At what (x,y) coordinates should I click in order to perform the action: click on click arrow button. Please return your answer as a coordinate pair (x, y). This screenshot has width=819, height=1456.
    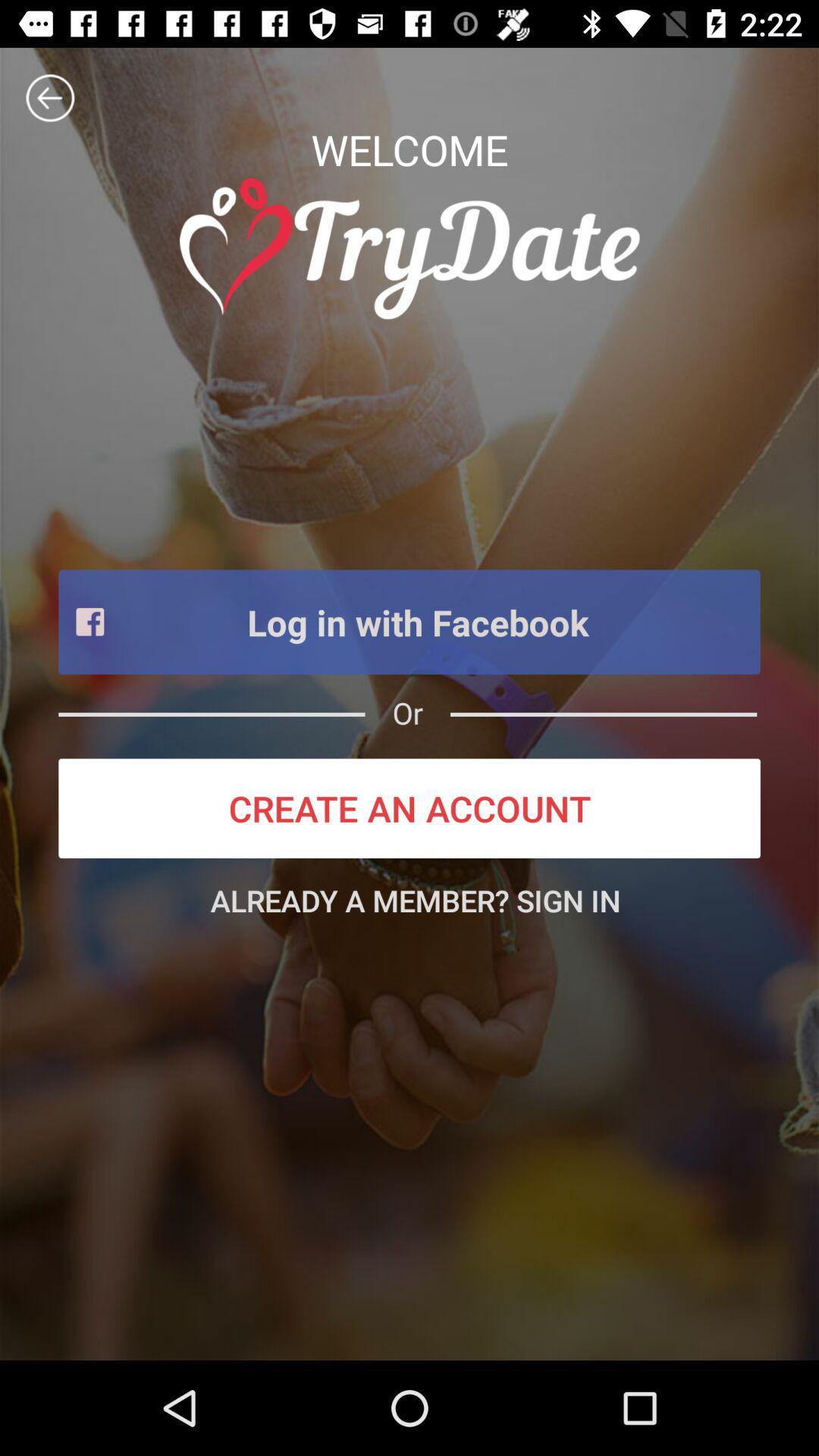
    Looking at the image, I should click on (49, 97).